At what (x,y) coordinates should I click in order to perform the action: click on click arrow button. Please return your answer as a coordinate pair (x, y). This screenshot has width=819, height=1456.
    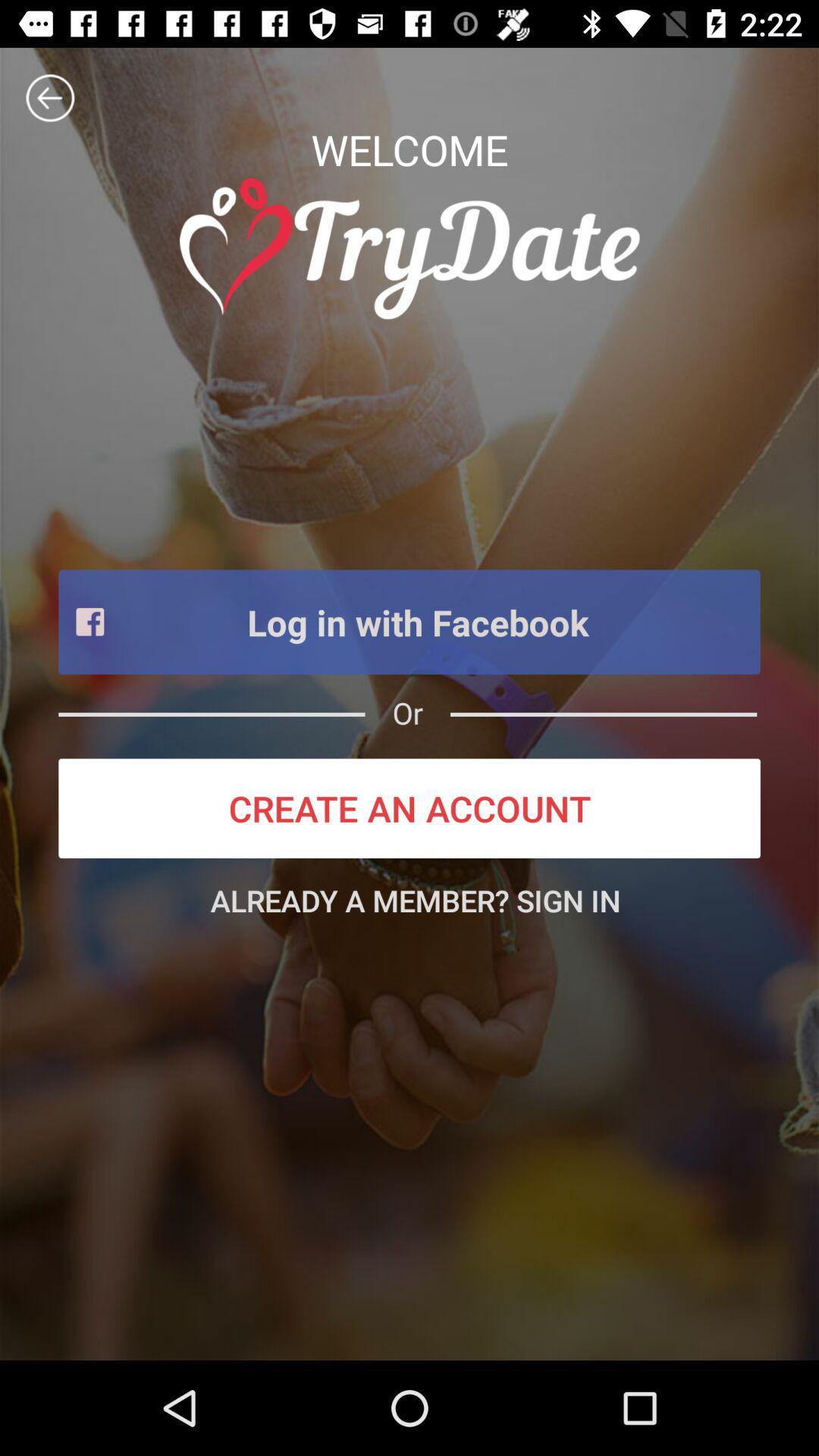
    Looking at the image, I should click on (49, 97).